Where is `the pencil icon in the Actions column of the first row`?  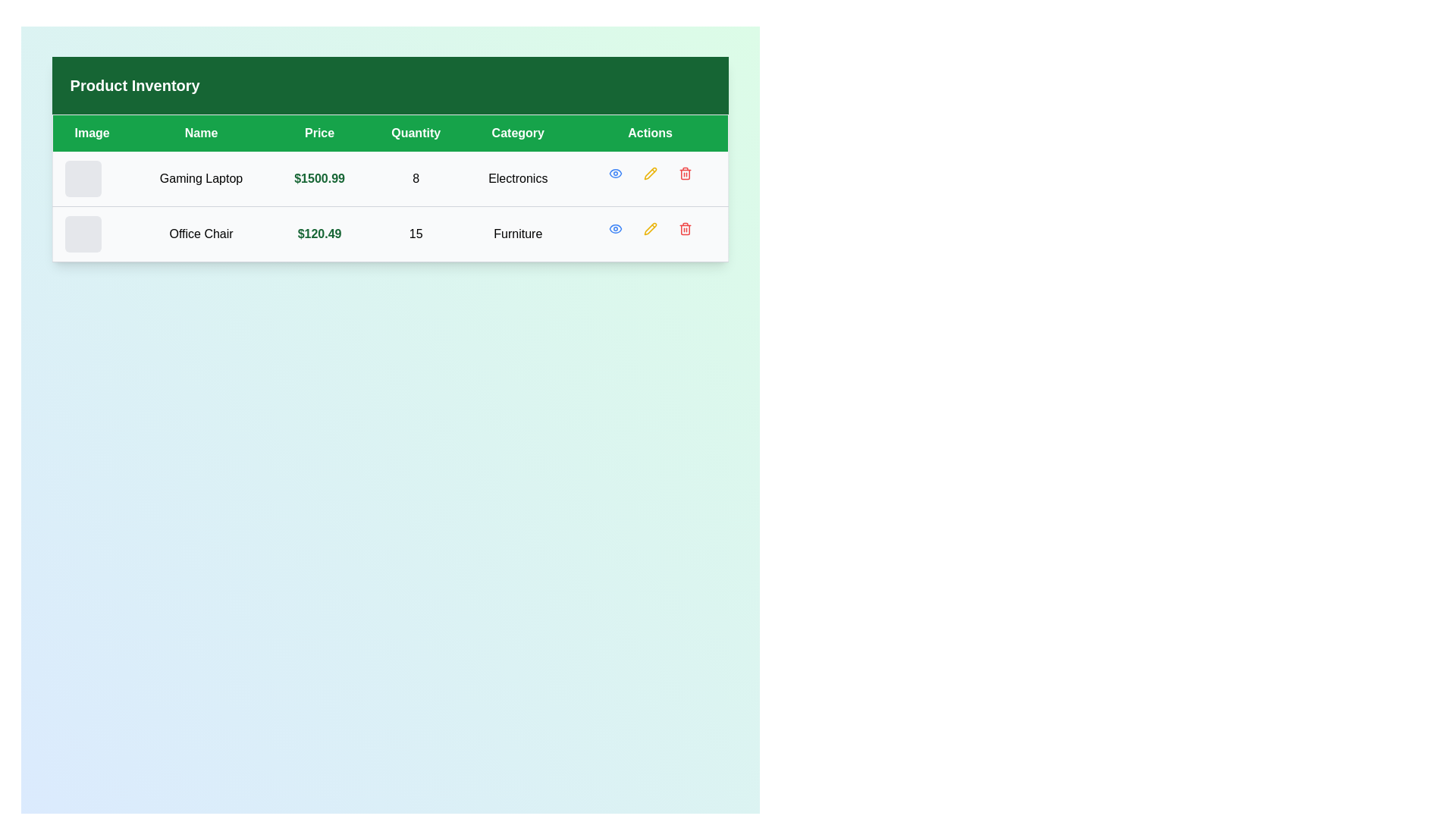
the pencil icon in the Actions column of the first row is located at coordinates (650, 228).